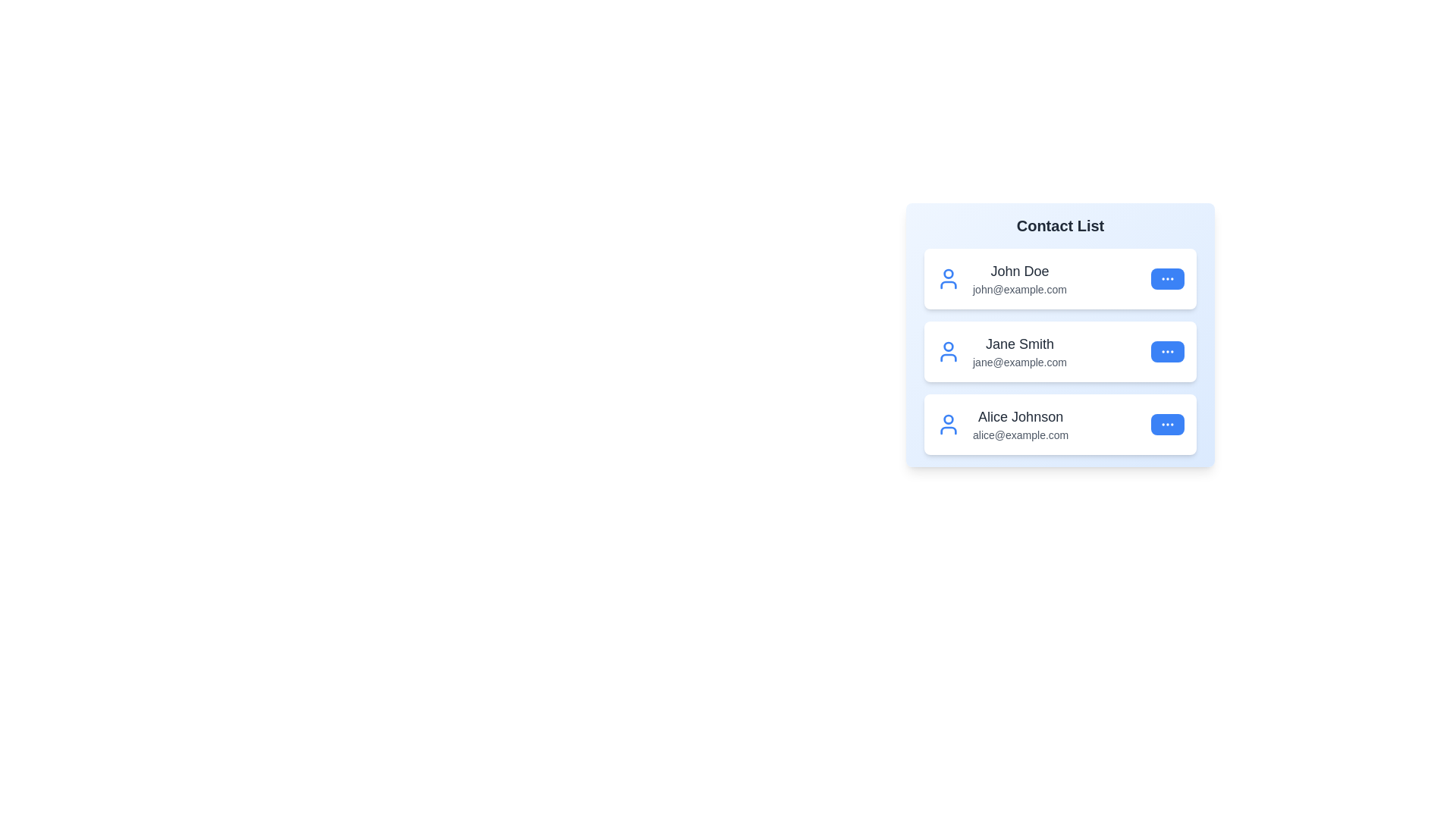 This screenshot has width=1456, height=819. I want to click on the contact entry for Alice Johnson, so click(1059, 424).